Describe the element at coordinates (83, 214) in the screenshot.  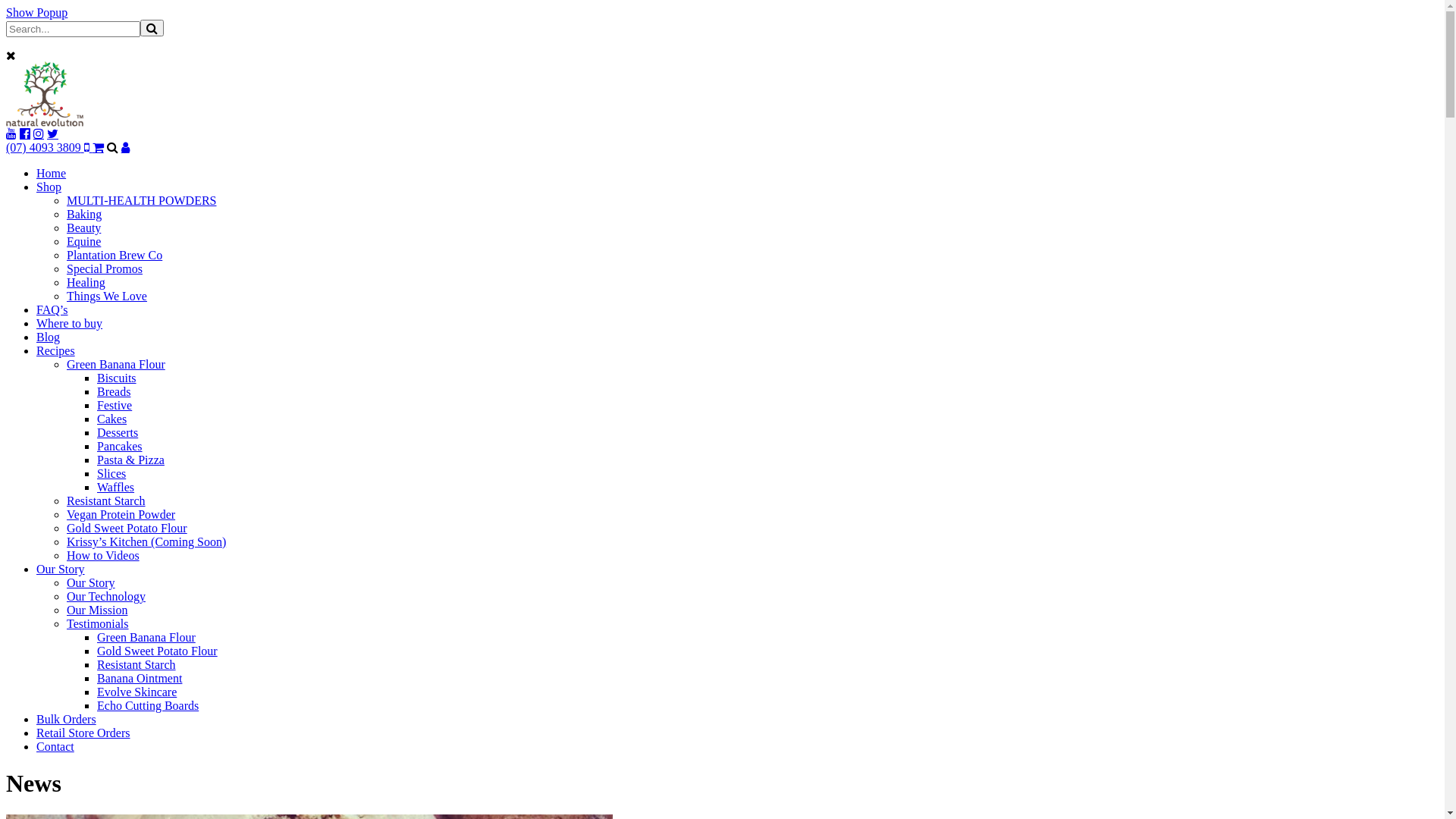
I see `'Baking'` at that location.